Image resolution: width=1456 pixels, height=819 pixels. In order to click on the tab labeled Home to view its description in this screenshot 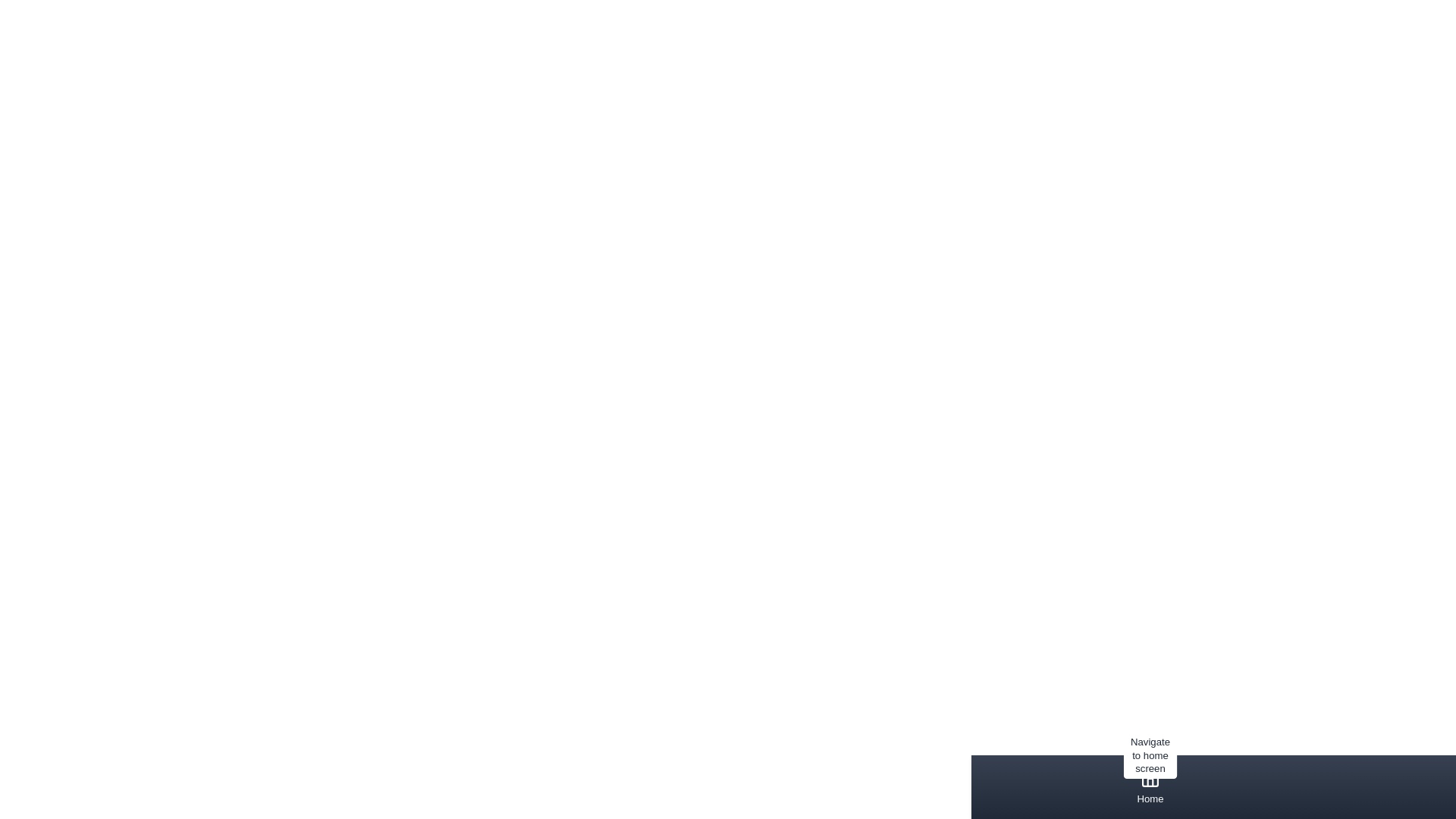, I will do `click(1150, 786)`.